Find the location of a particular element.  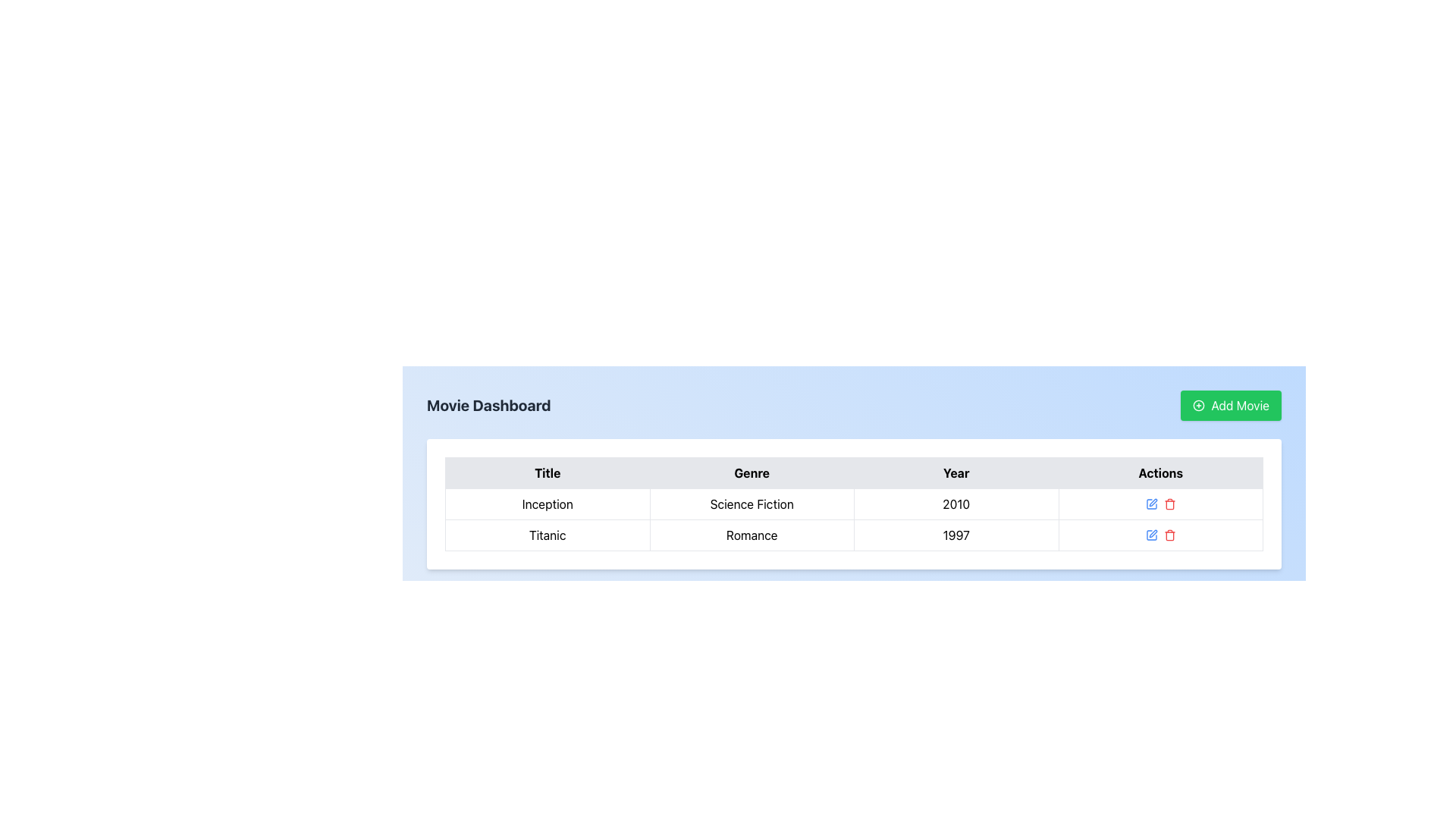

the delete button icon in the 'Actions' column of the table for the movie 'Titanic' is located at coordinates (1169, 505).